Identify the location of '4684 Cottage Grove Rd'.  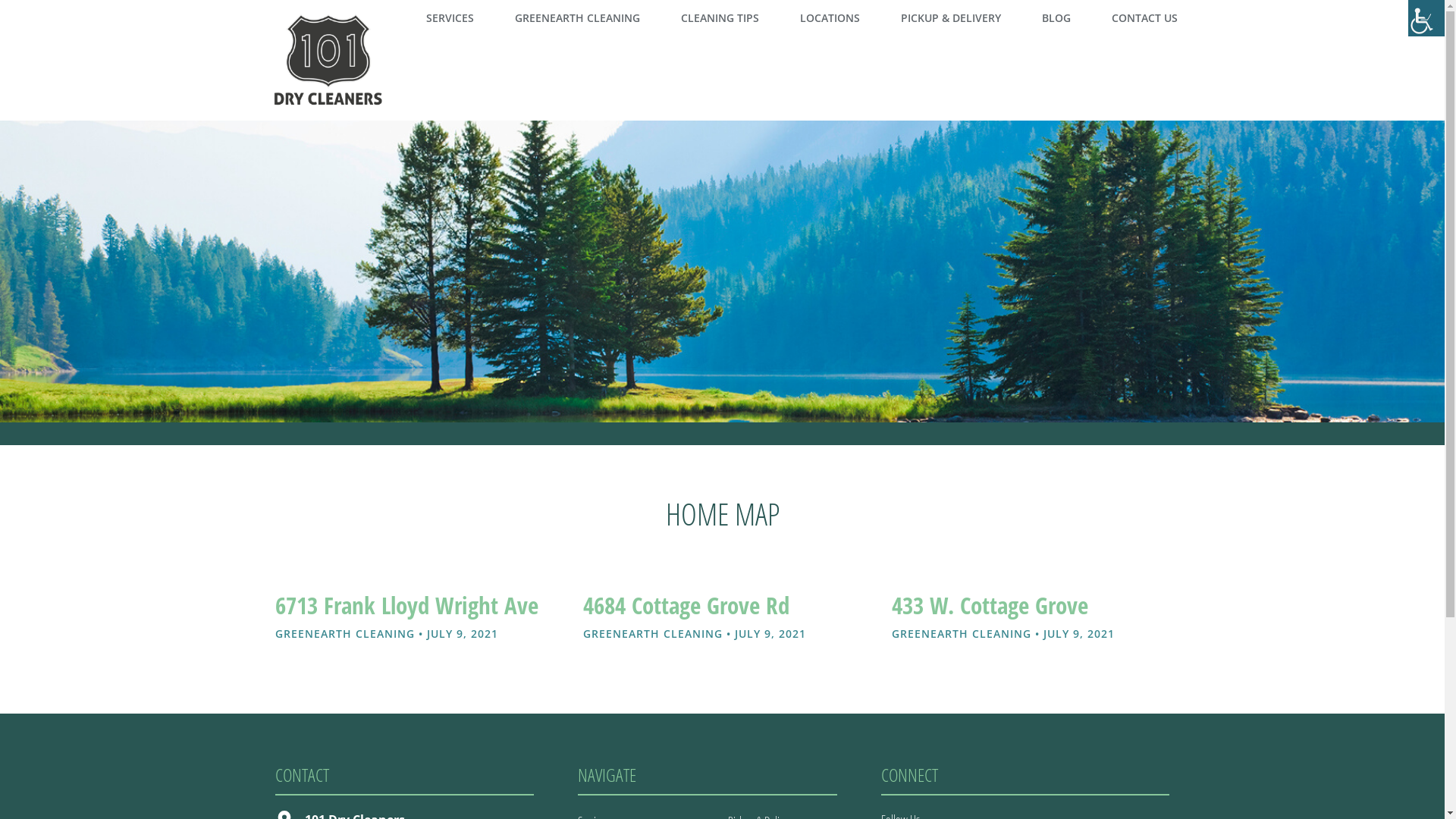
(686, 604).